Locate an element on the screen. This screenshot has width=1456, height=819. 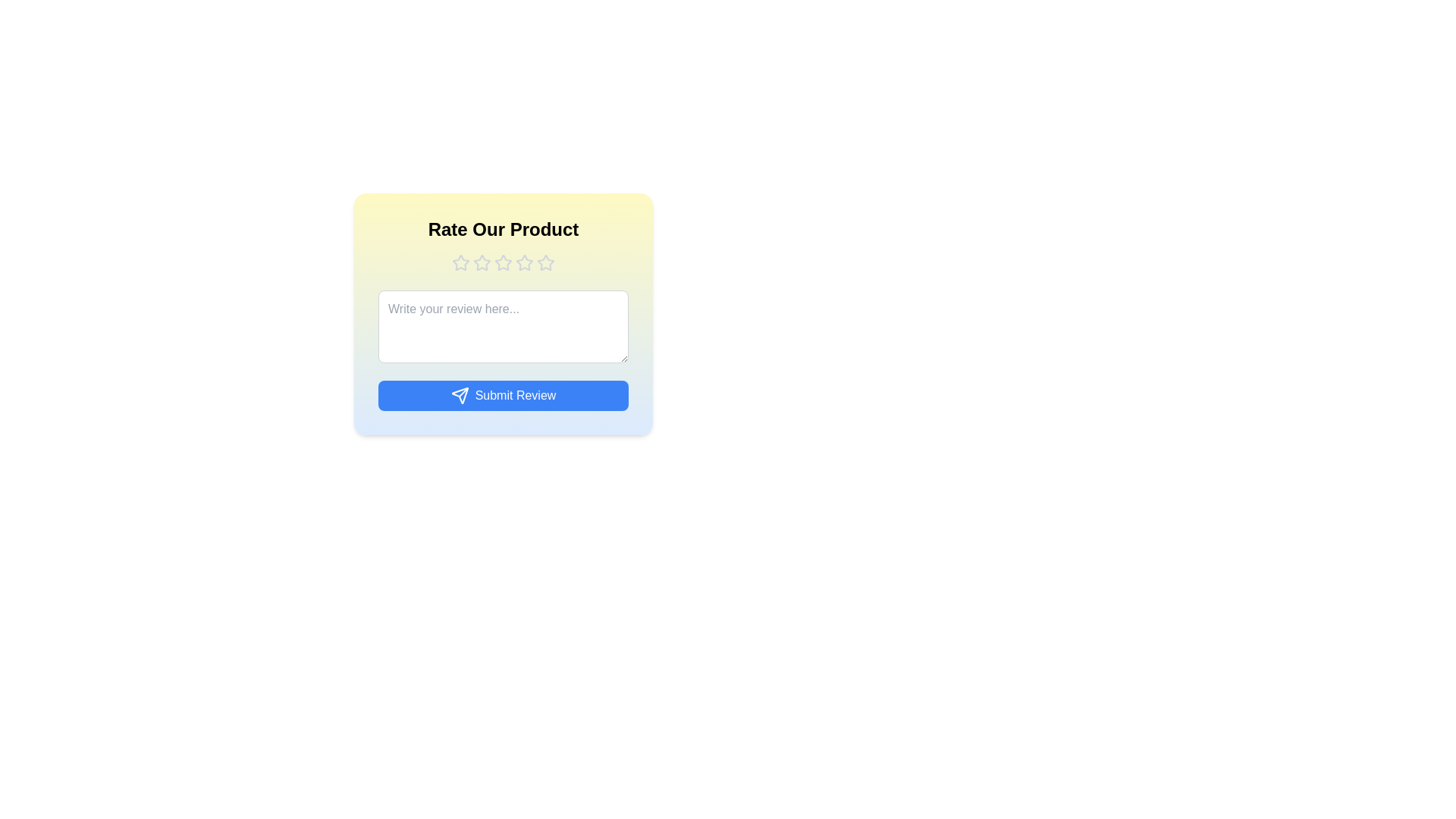
the product rating to 5 stars by clicking on the corresponding star is located at coordinates (546, 262).